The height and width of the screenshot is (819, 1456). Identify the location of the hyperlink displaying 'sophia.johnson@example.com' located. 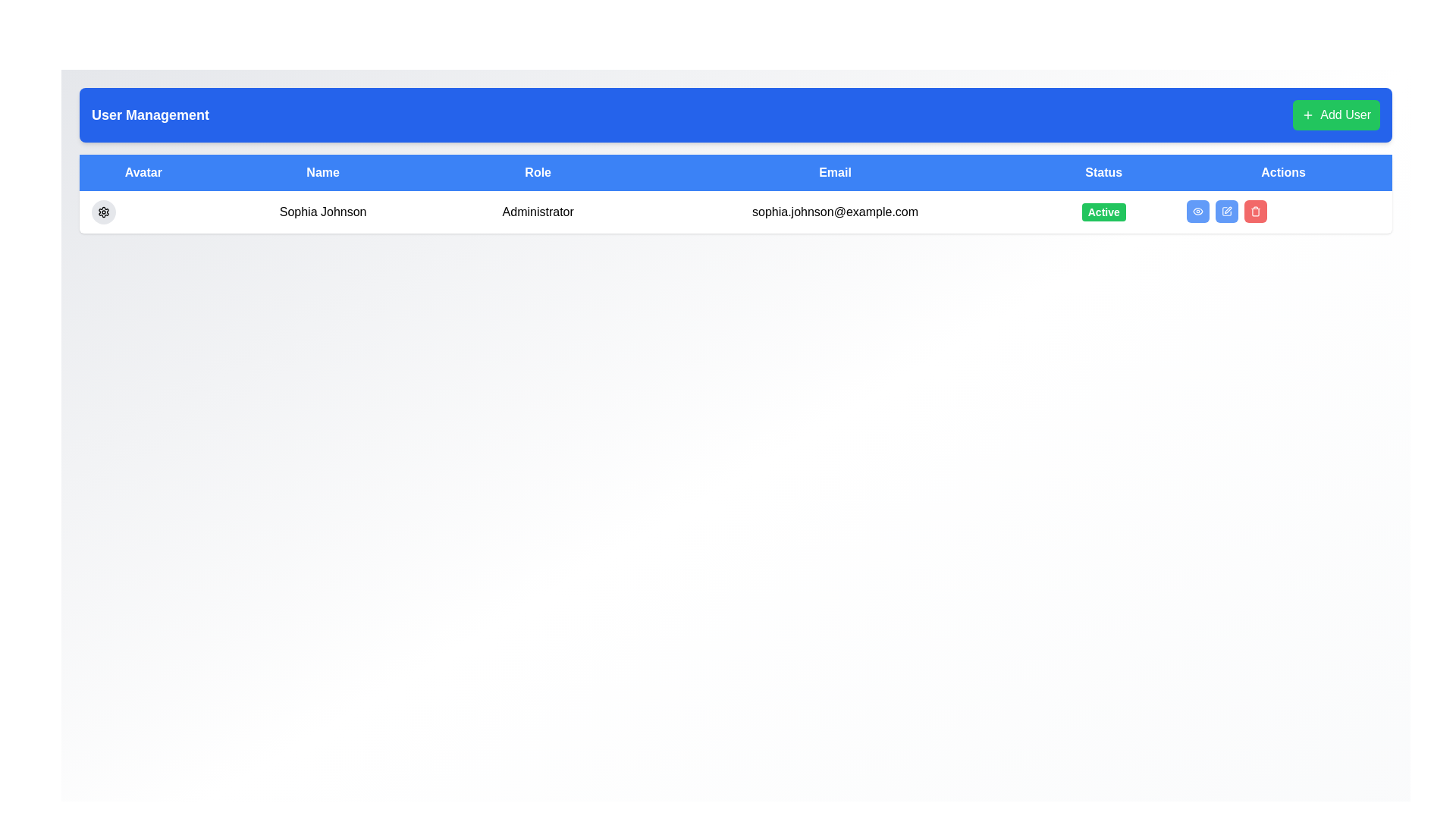
(834, 212).